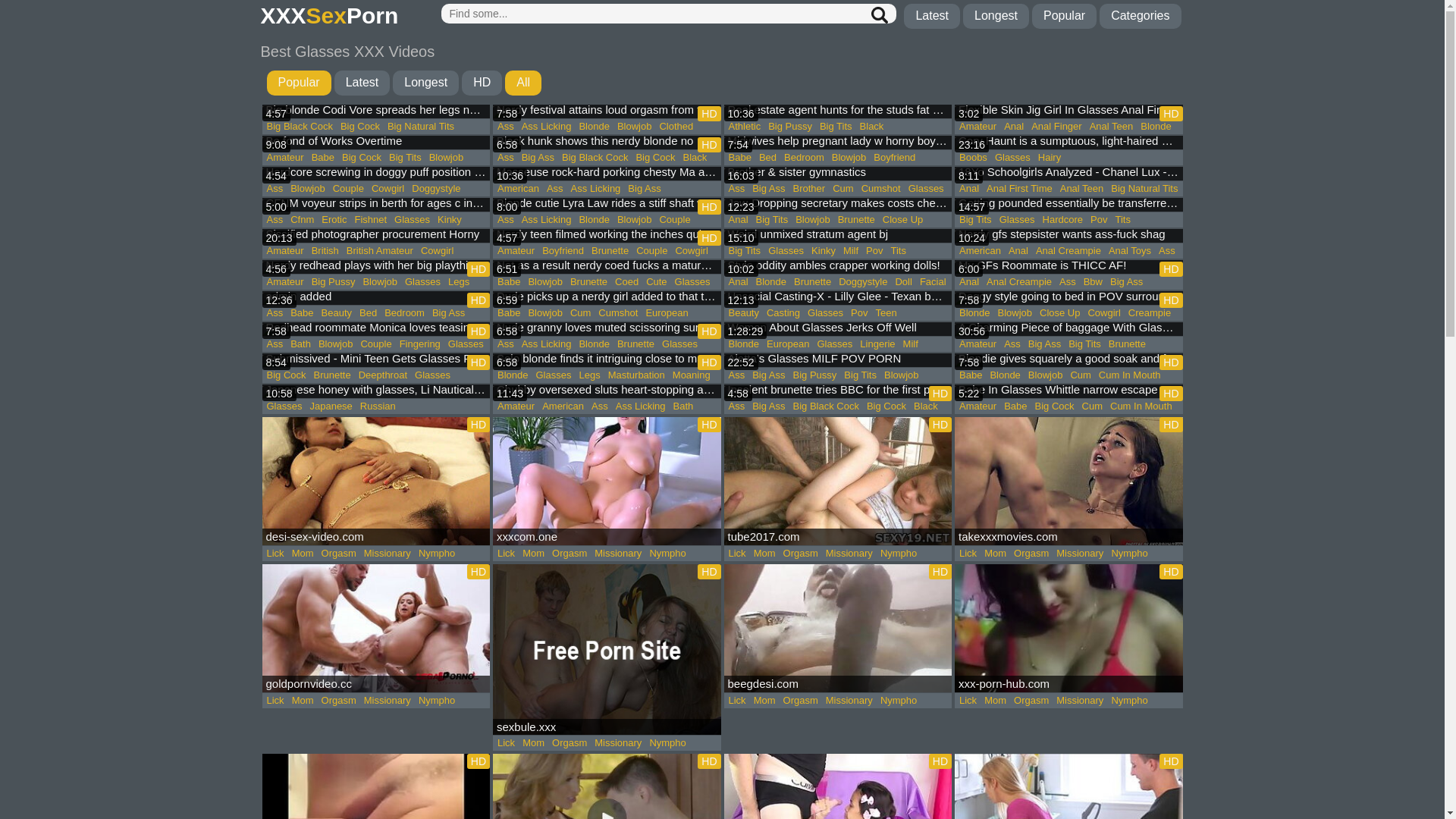 The width and height of the screenshot is (1456, 819). Describe the element at coordinates (835, 125) in the screenshot. I see `'Big Tits'` at that location.